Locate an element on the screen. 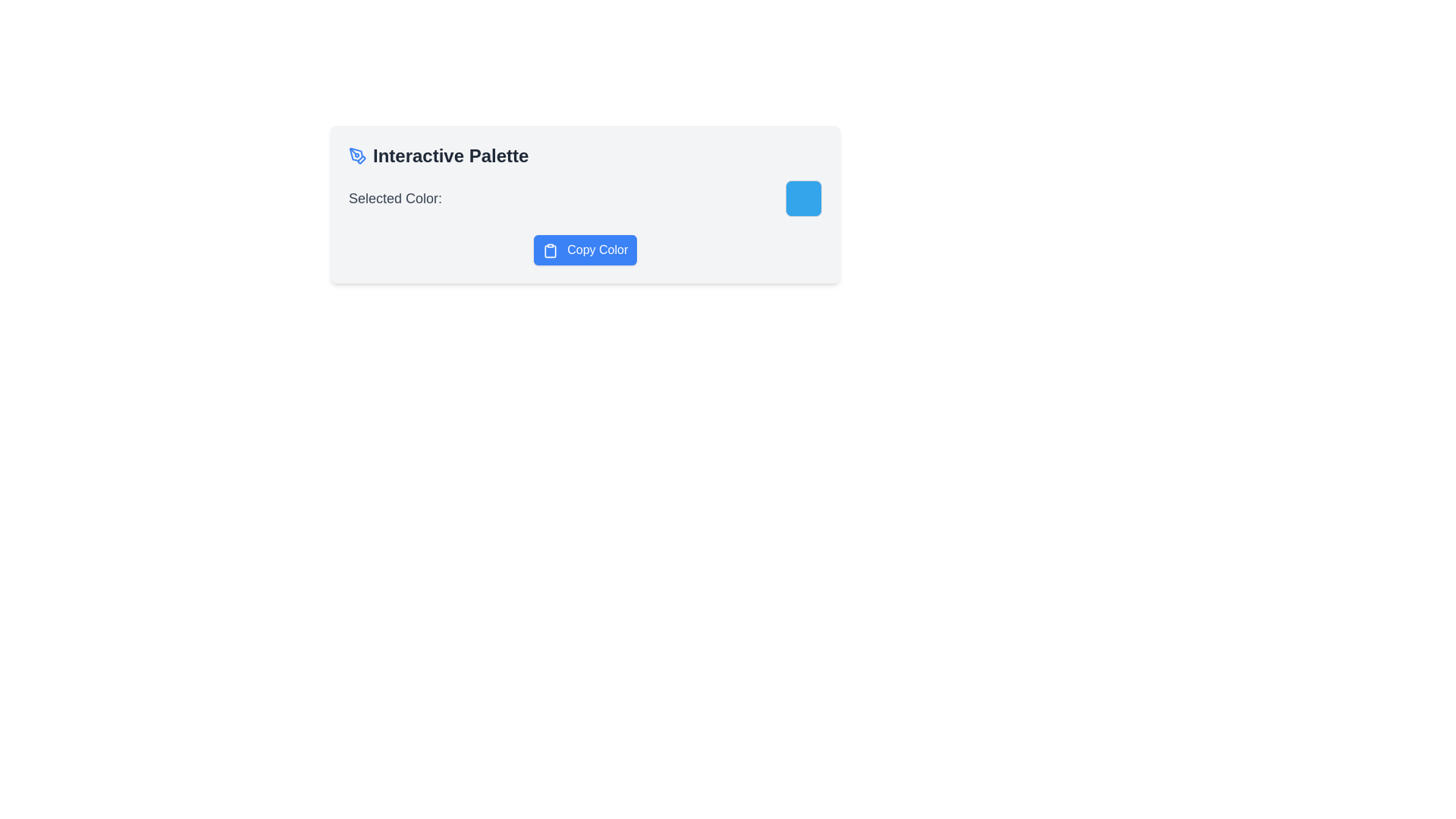  the 'Copy Color' button, which is a blue rectangle with rounded corners and contains the text 'Copy Color' in white is located at coordinates (585, 249).